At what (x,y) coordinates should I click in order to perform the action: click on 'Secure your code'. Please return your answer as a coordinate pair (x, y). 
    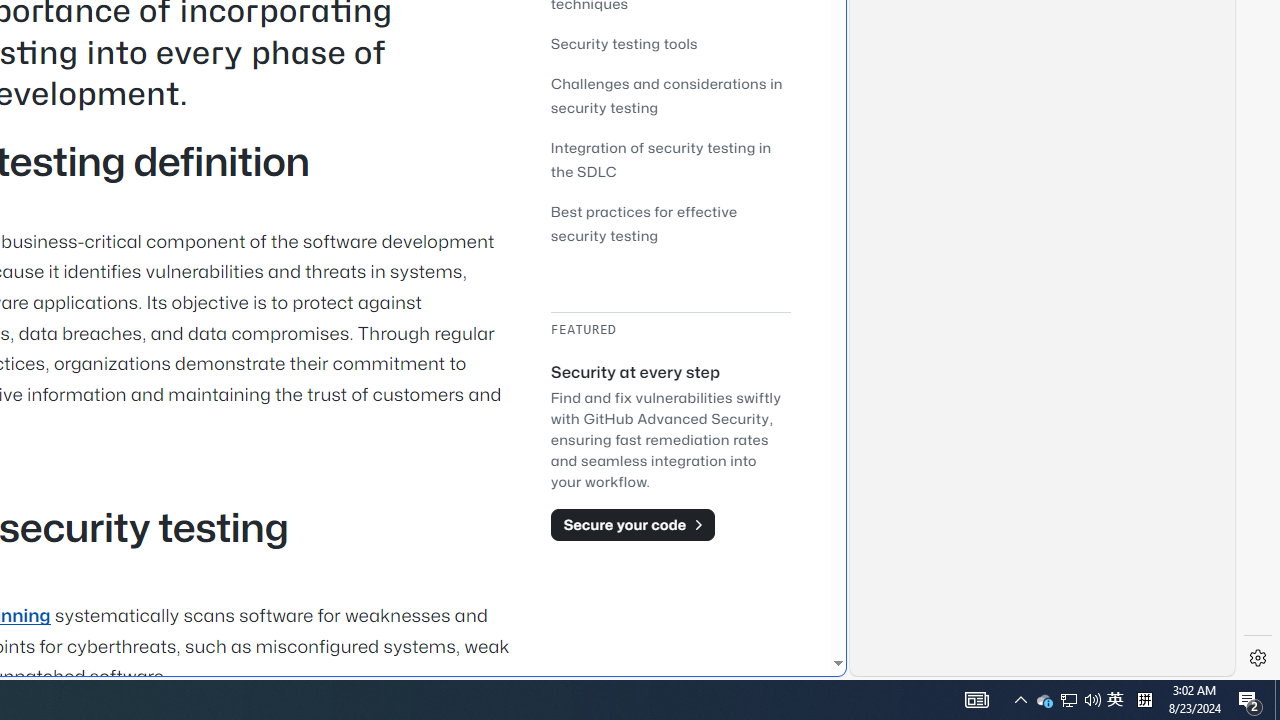
    Looking at the image, I should click on (631, 523).